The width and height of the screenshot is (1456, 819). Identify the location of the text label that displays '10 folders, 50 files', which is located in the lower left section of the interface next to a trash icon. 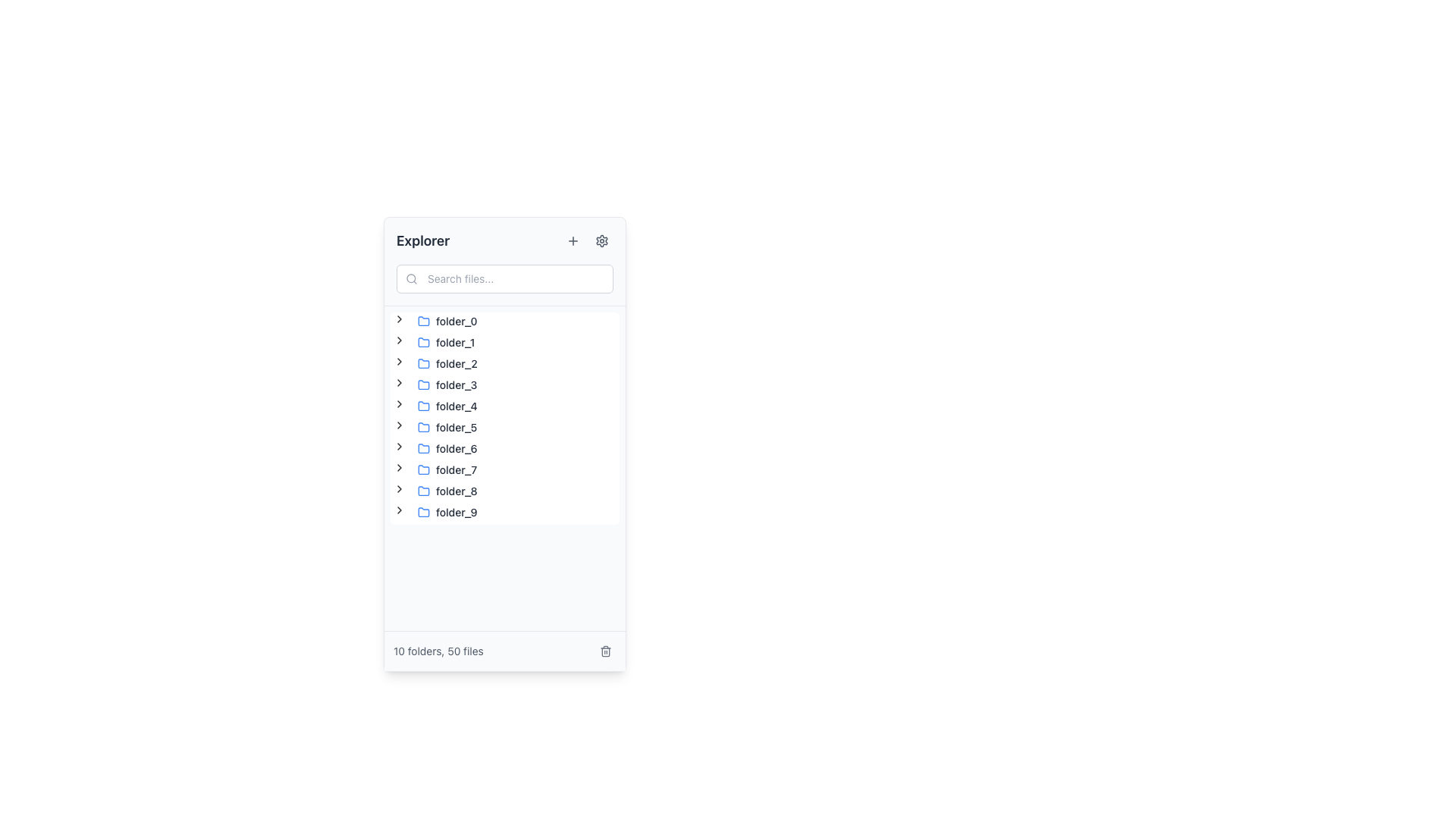
(438, 651).